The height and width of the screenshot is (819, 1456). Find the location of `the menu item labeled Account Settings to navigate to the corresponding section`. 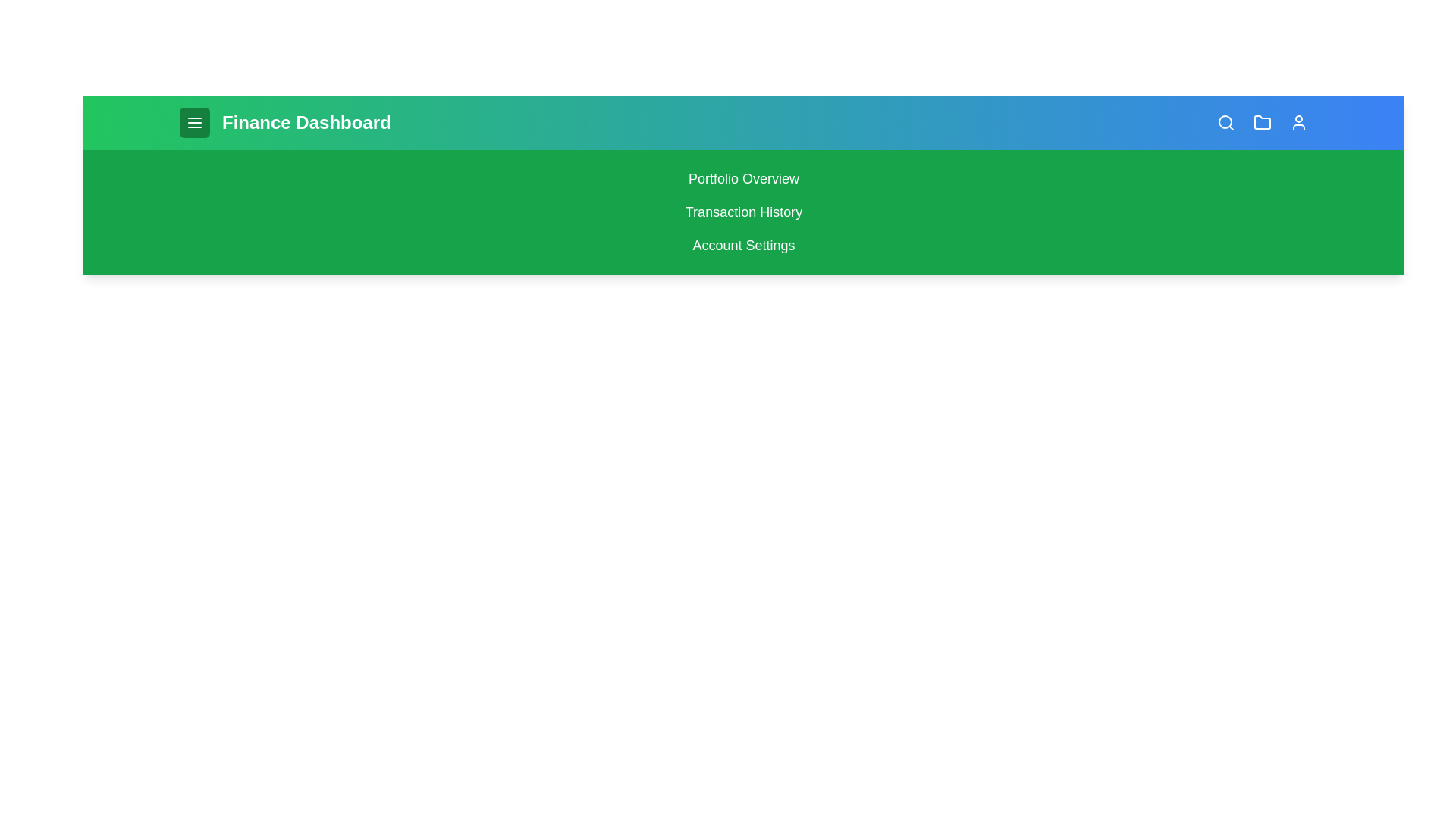

the menu item labeled Account Settings to navigate to the corresponding section is located at coordinates (743, 245).